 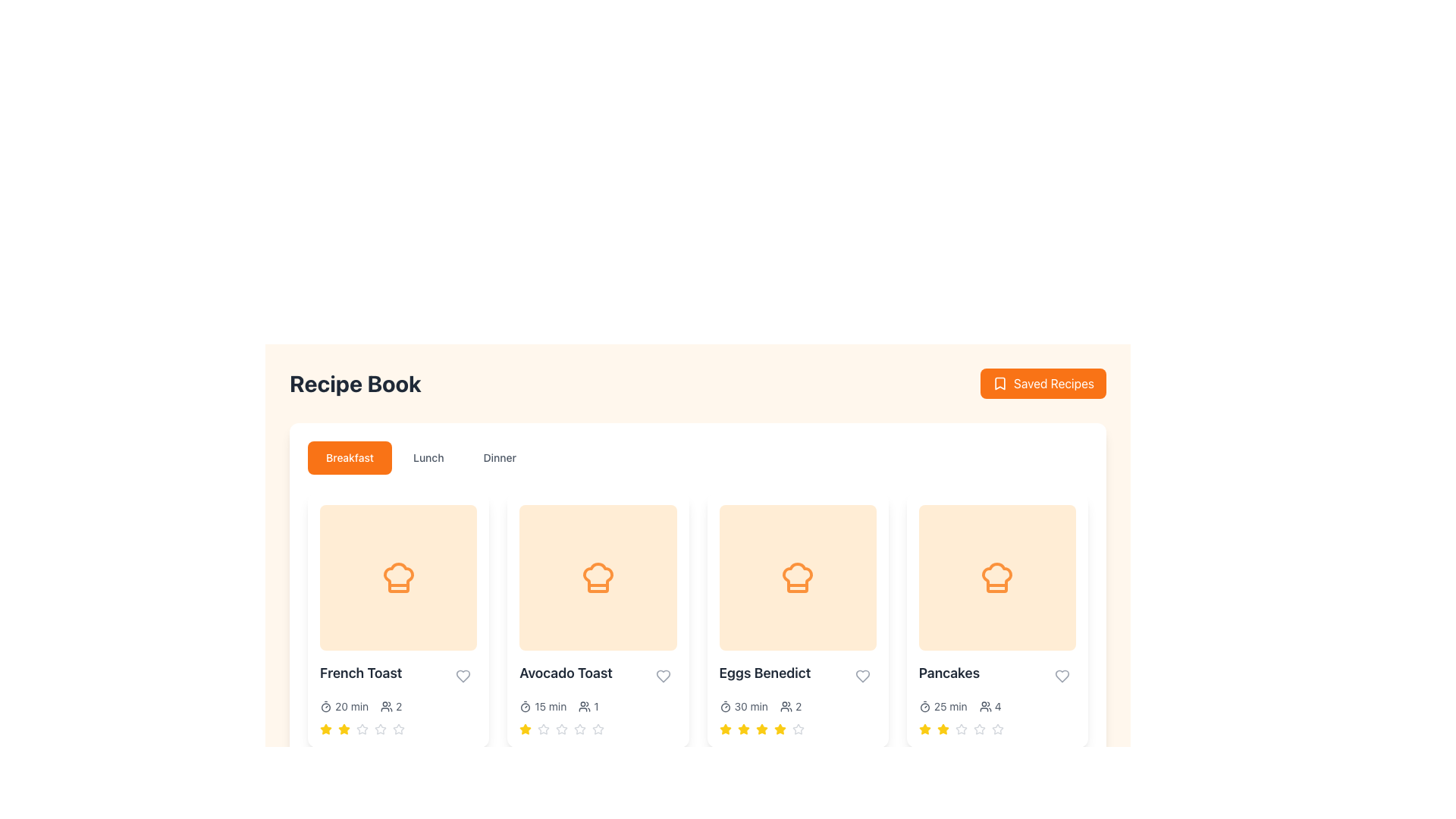 What do you see at coordinates (381, 728) in the screenshot?
I see `the sixth star icon representing an unselected rating option in the rating system for the 'French Toast' recipe` at bounding box center [381, 728].